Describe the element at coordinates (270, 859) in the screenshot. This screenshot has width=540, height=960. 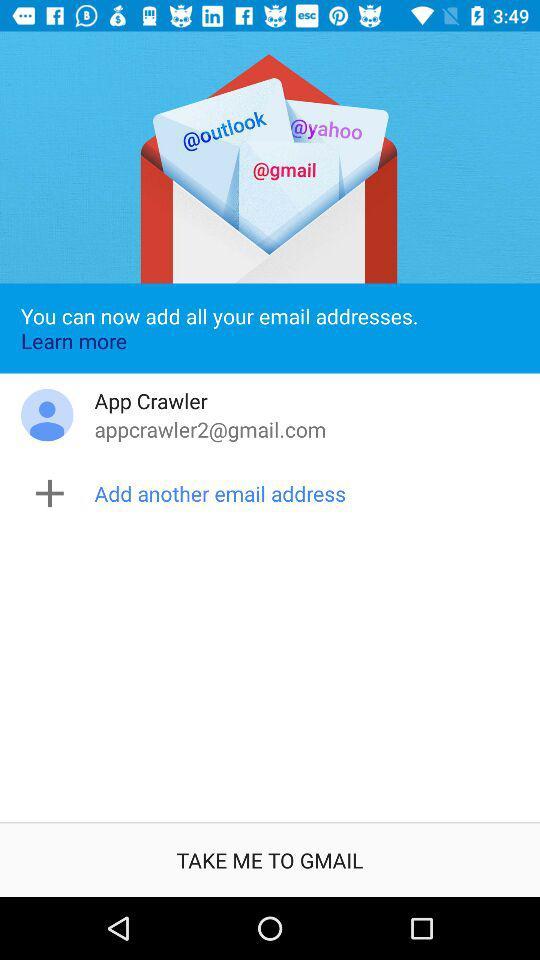
I see `the take me to icon` at that location.